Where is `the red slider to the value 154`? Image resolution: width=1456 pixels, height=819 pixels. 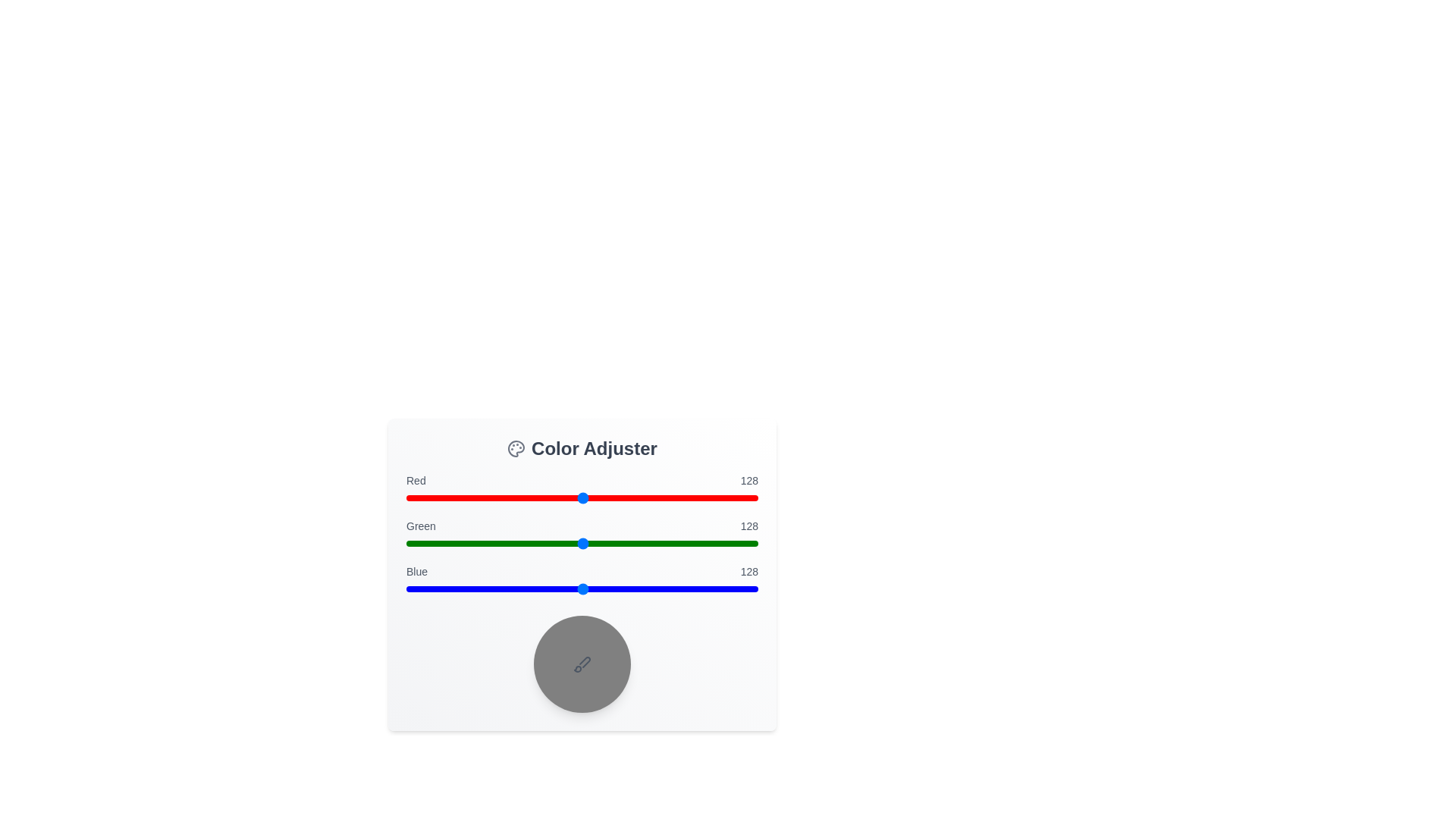
the red slider to the value 154 is located at coordinates (619, 497).